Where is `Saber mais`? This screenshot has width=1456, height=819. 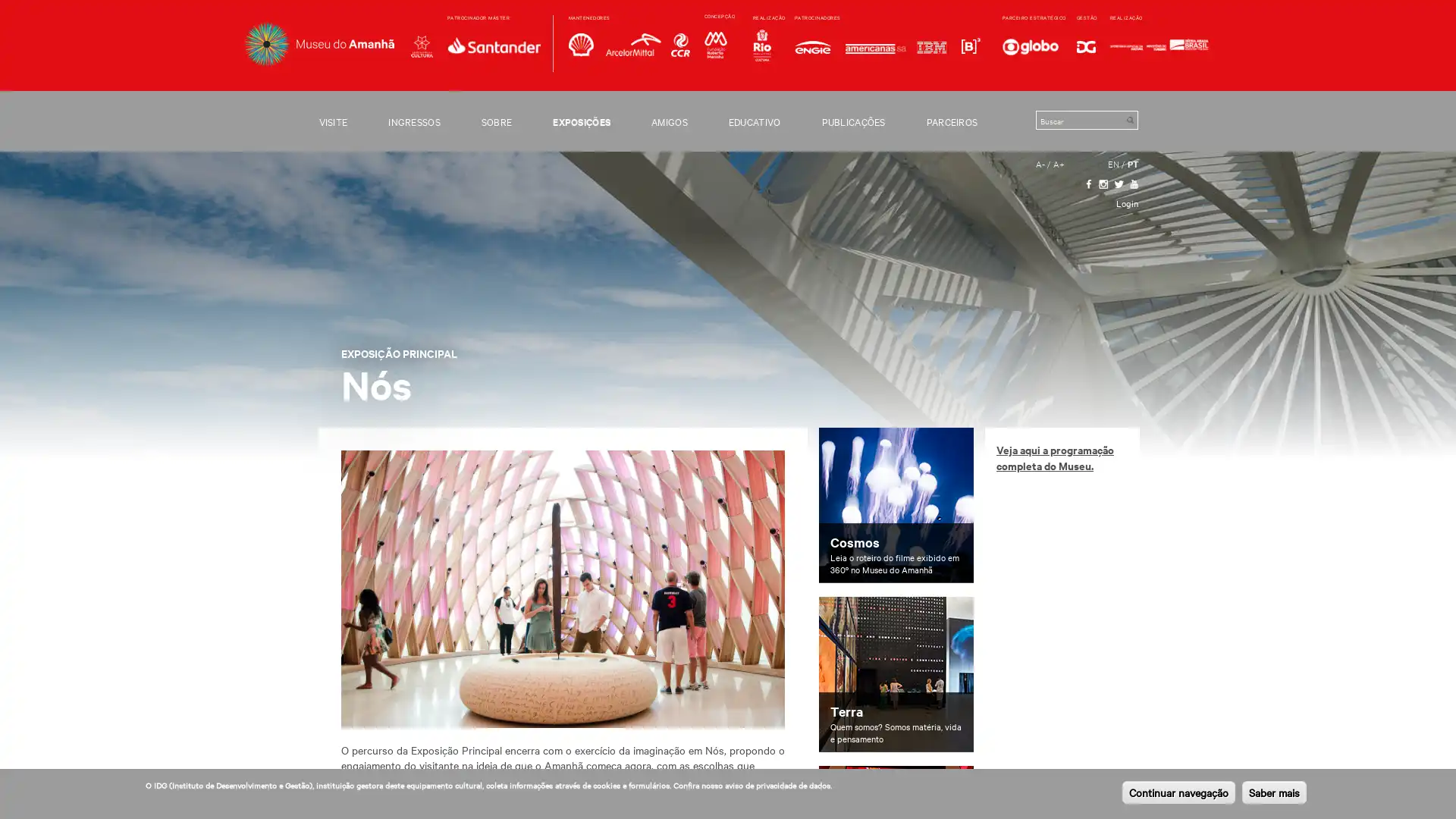 Saber mais is located at coordinates (1274, 792).